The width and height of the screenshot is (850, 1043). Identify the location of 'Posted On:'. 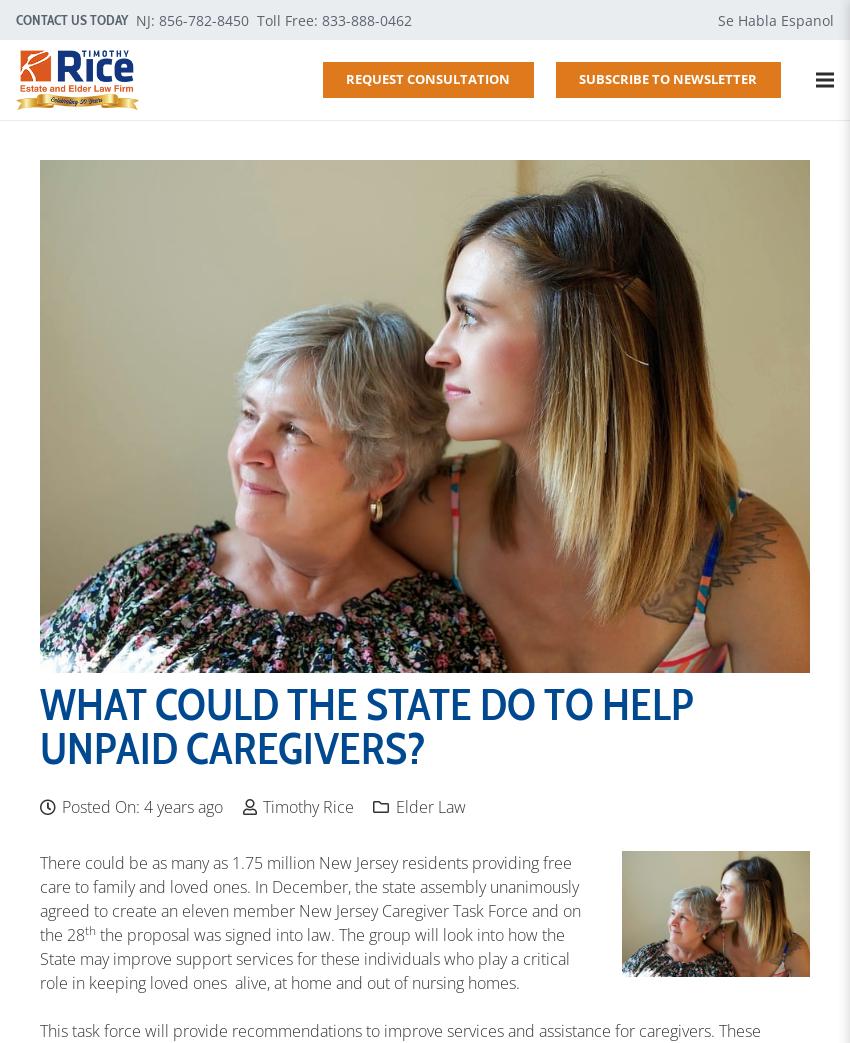
(102, 805).